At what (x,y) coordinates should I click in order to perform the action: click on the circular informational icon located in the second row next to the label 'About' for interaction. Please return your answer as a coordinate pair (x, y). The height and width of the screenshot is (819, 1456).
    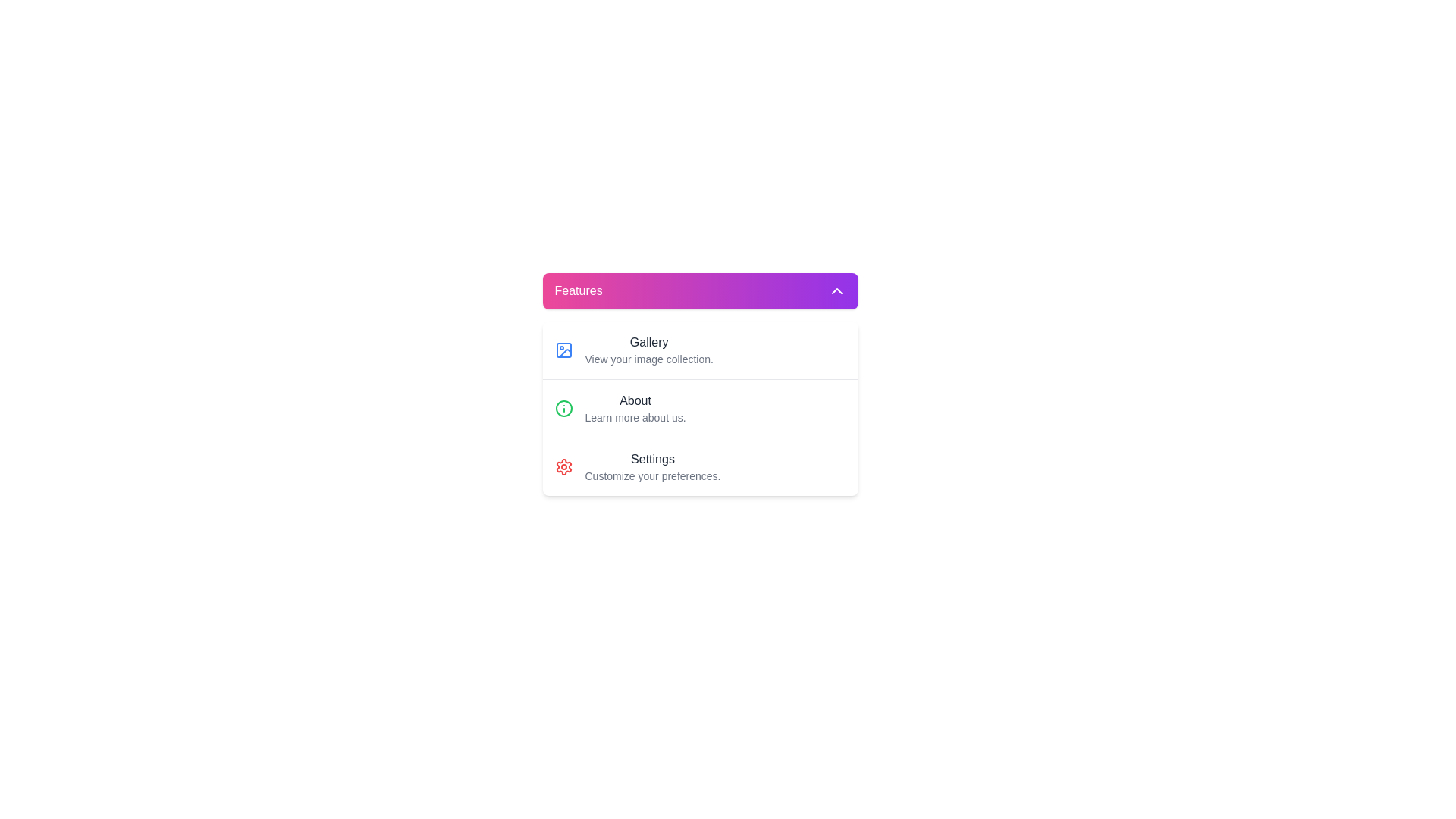
    Looking at the image, I should click on (563, 408).